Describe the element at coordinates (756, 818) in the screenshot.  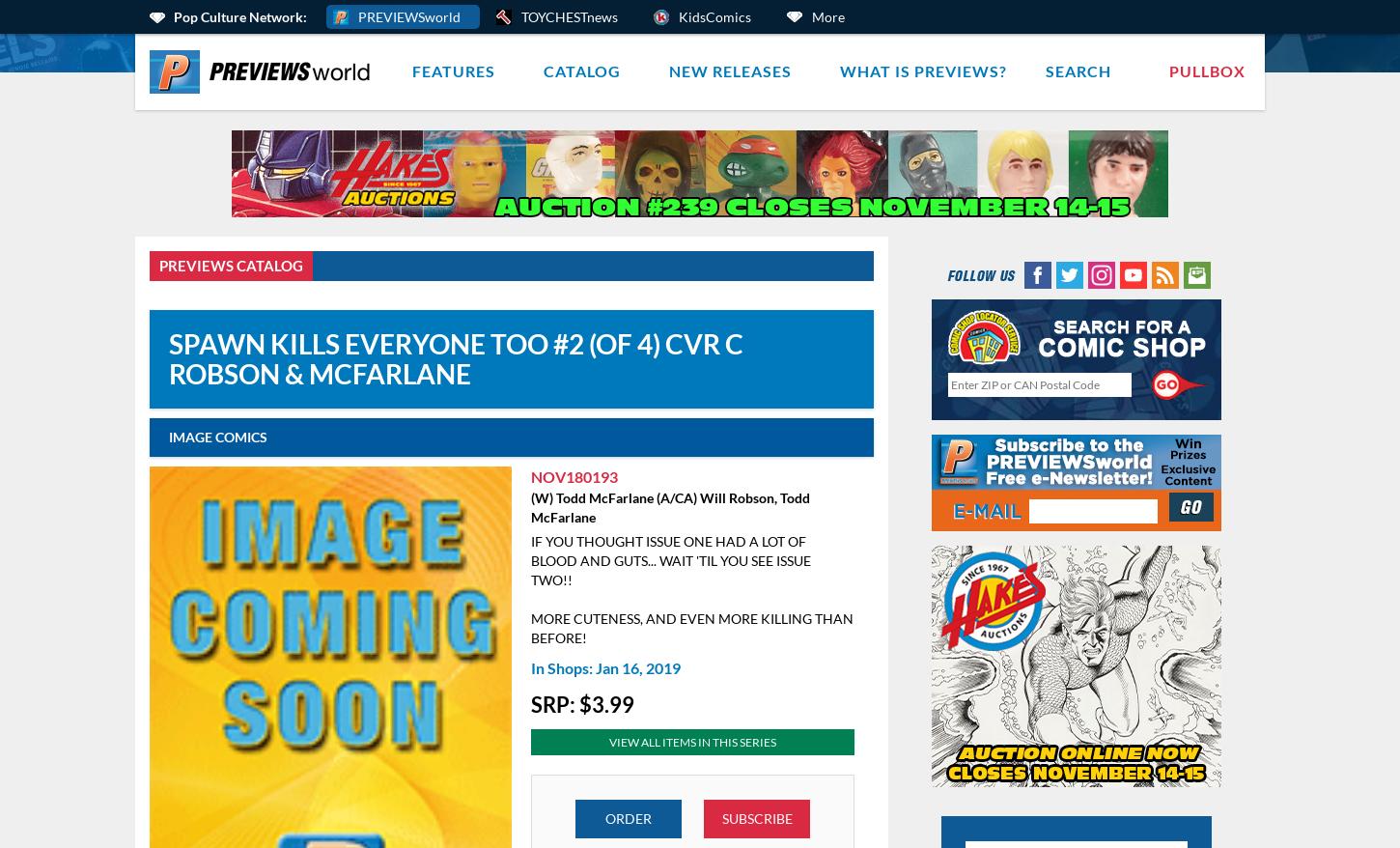
I see `'SUBSCRIBE'` at that location.